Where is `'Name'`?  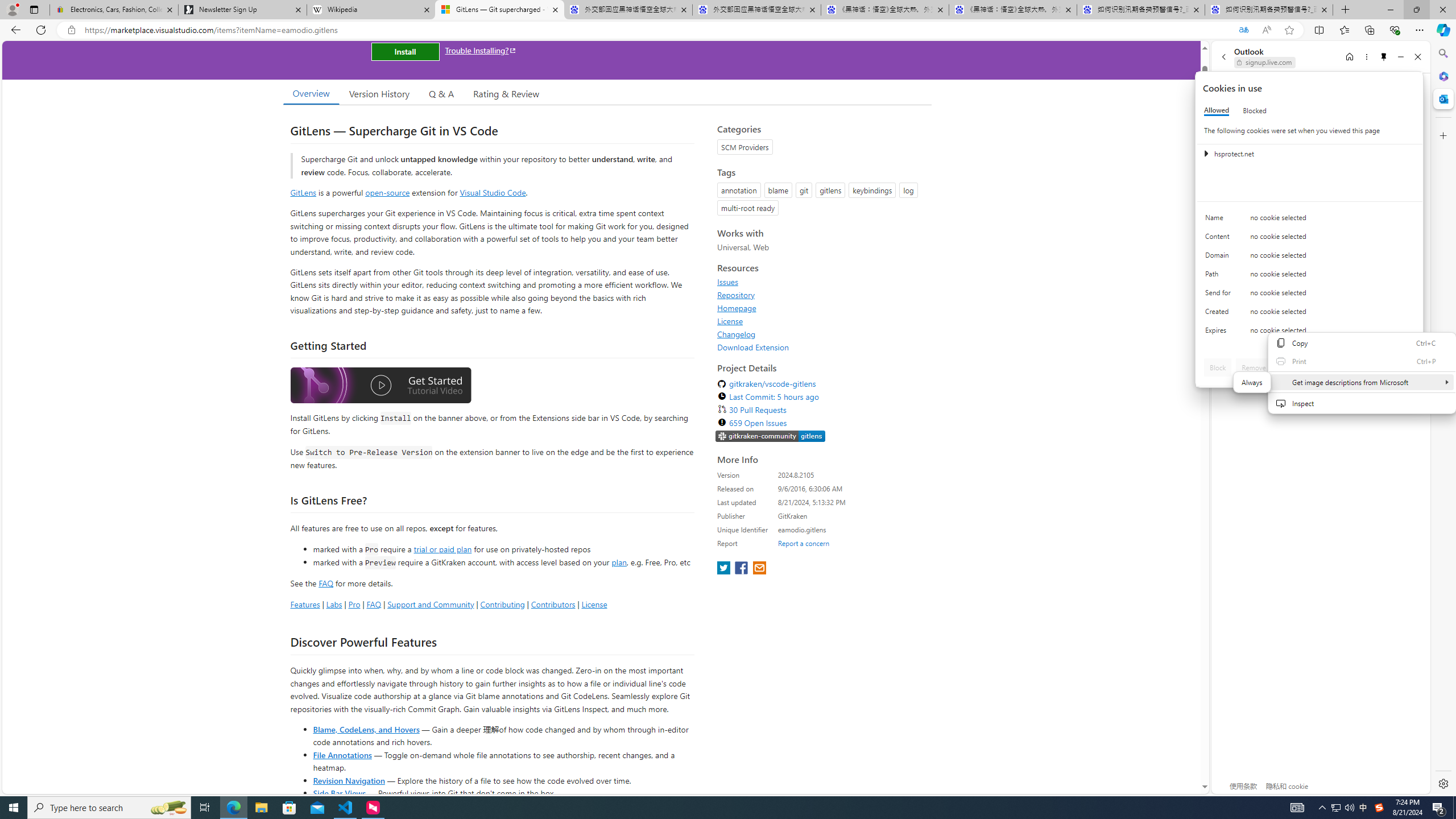
'Name' is located at coordinates (1219, 220).